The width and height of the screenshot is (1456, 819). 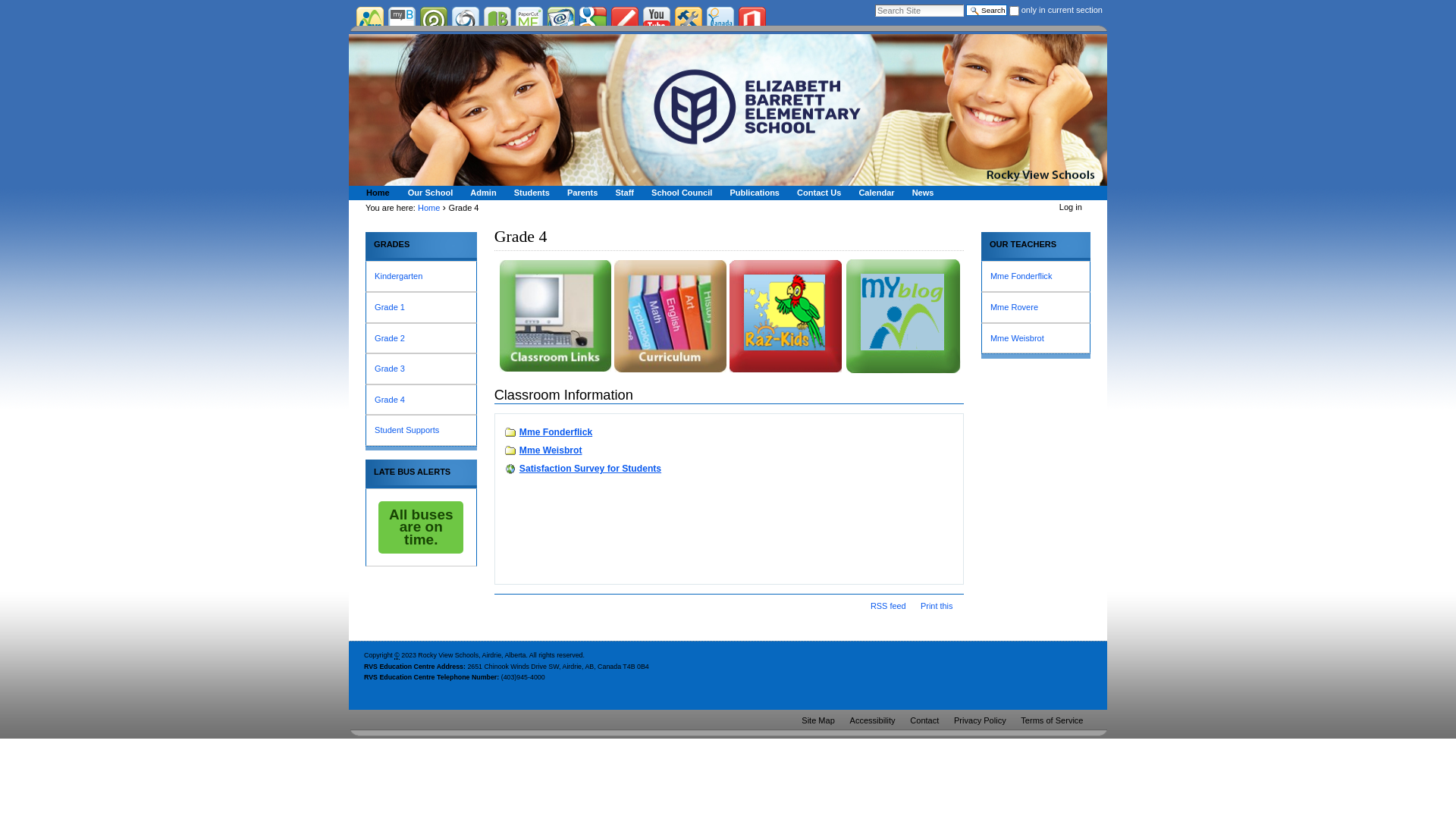 What do you see at coordinates (705, 20) in the screenshot?
I see `'Donations'` at bounding box center [705, 20].